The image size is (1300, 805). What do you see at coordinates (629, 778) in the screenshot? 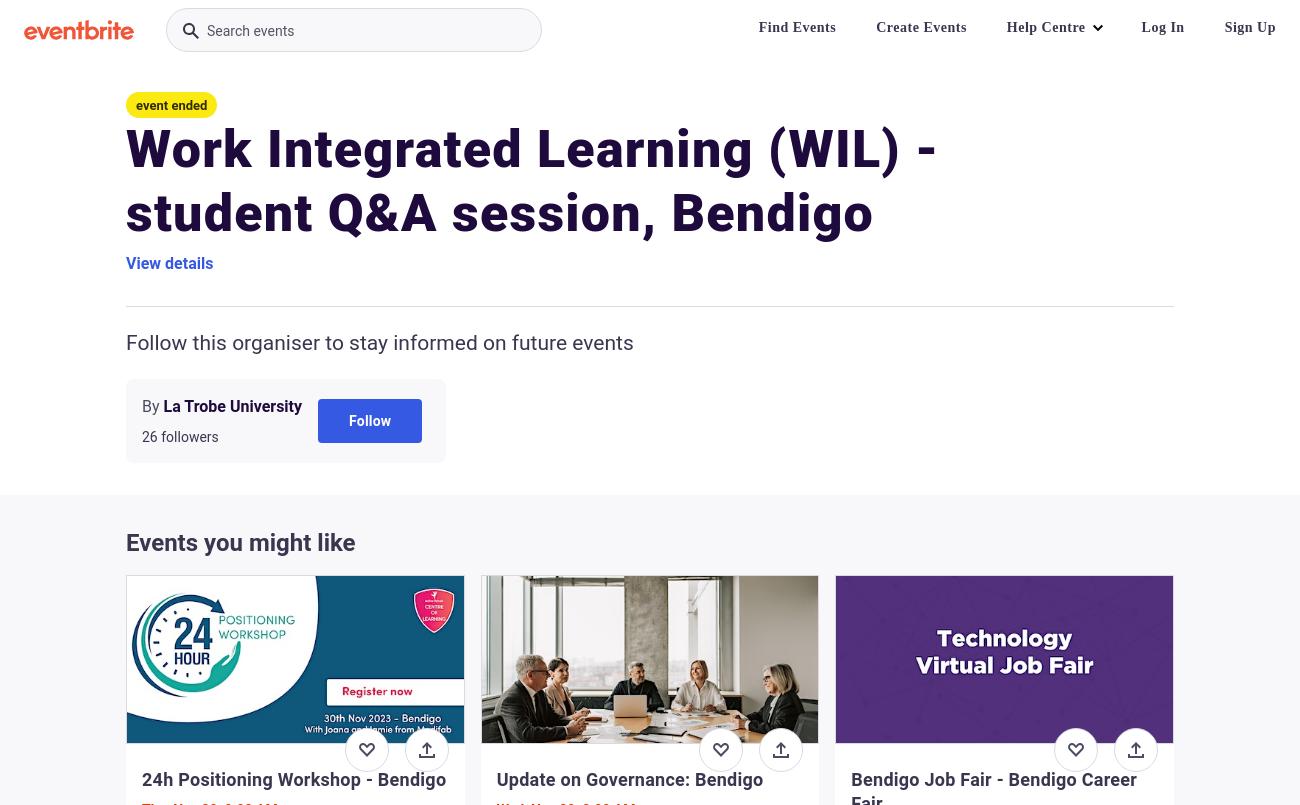
I see `'Update on Governance: Bendigo'` at bounding box center [629, 778].